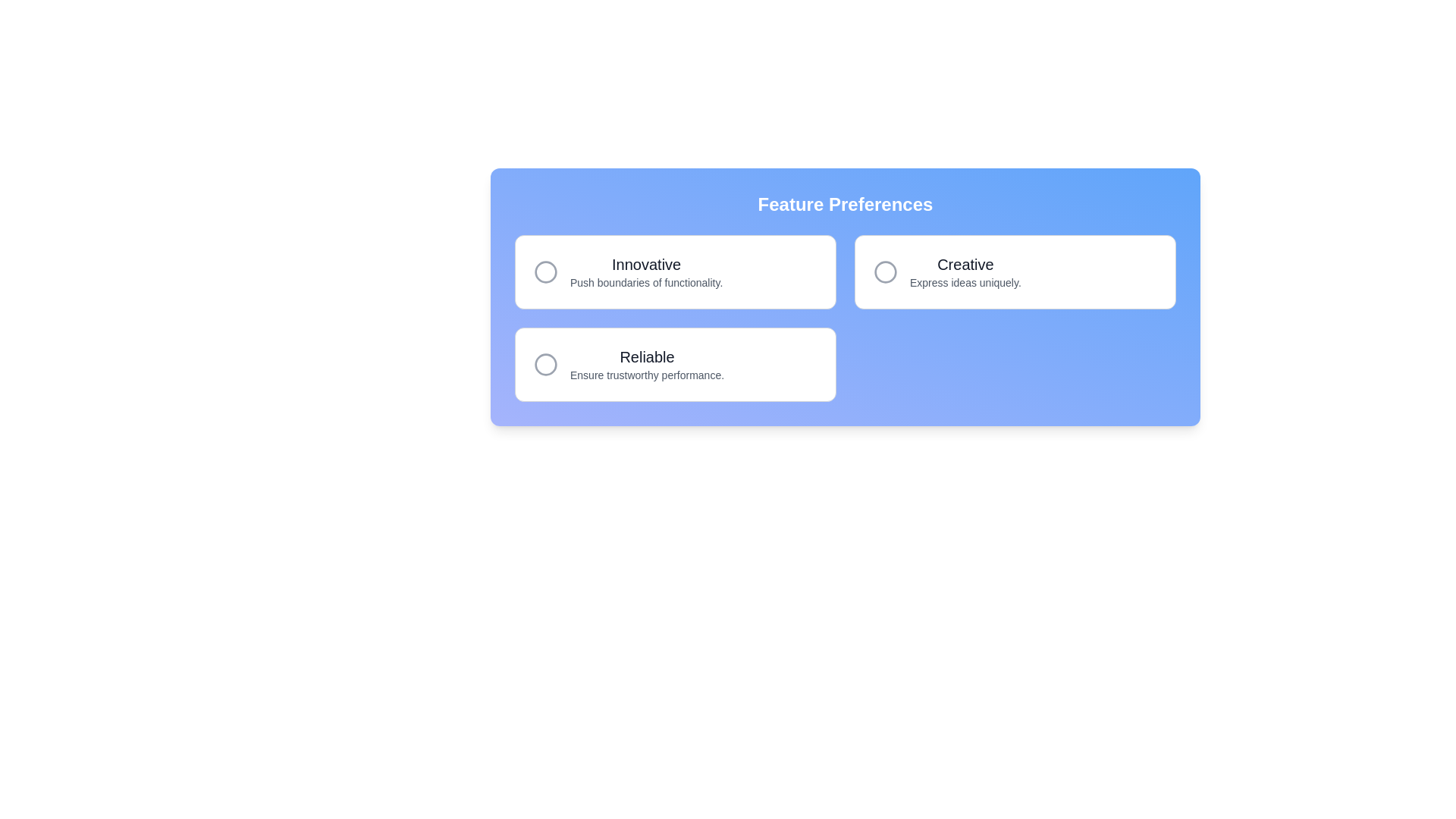  What do you see at coordinates (647, 375) in the screenshot?
I see `the descriptive text label located beneath the title 'Reliable' in the grid layout of selectable options` at bounding box center [647, 375].